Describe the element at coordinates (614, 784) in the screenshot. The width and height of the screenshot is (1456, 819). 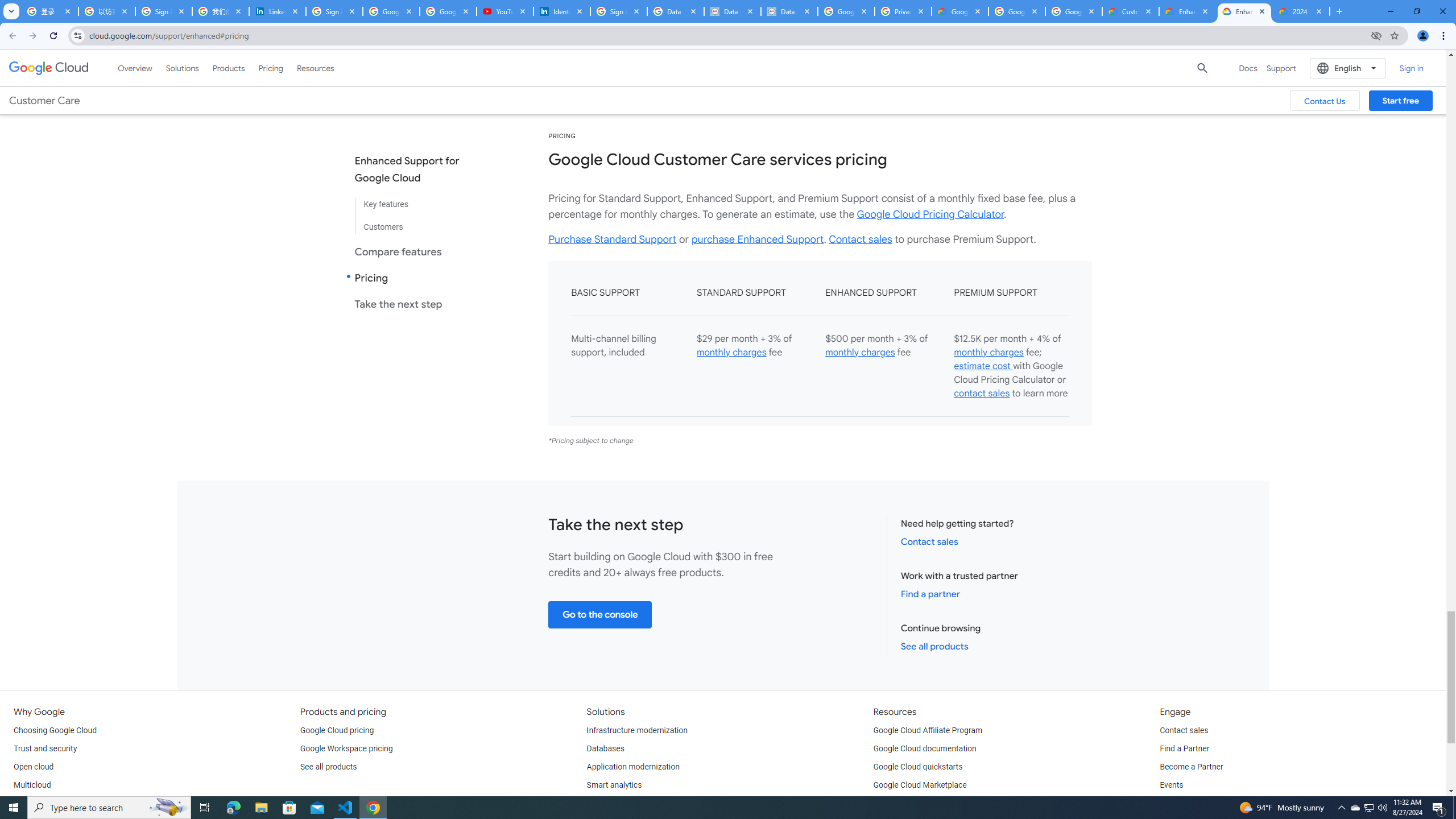
I see `'Smart analytics'` at that location.